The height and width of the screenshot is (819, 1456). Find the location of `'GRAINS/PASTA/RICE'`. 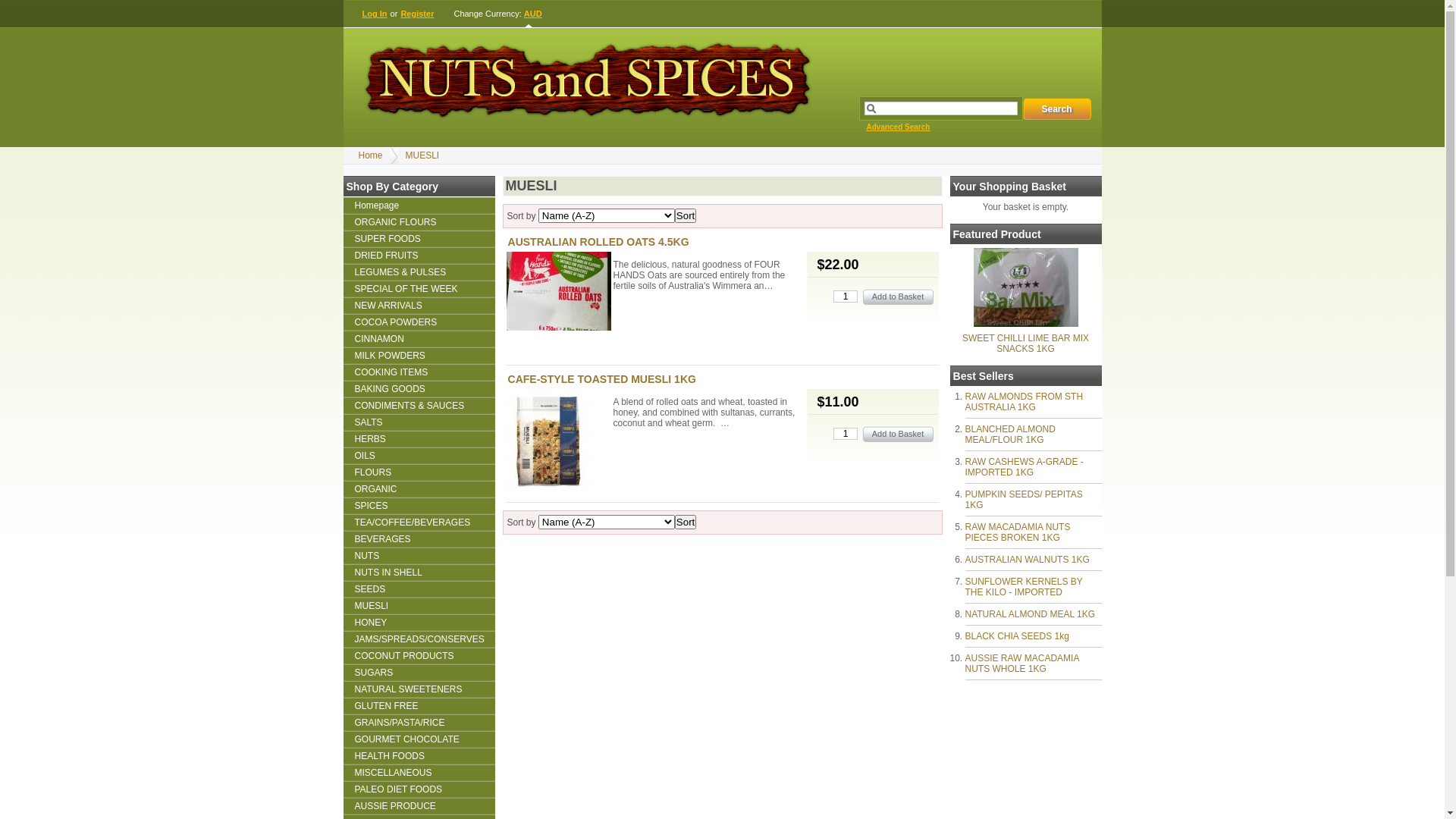

'GRAINS/PASTA/RICE' is located at coordinates (341, 721).